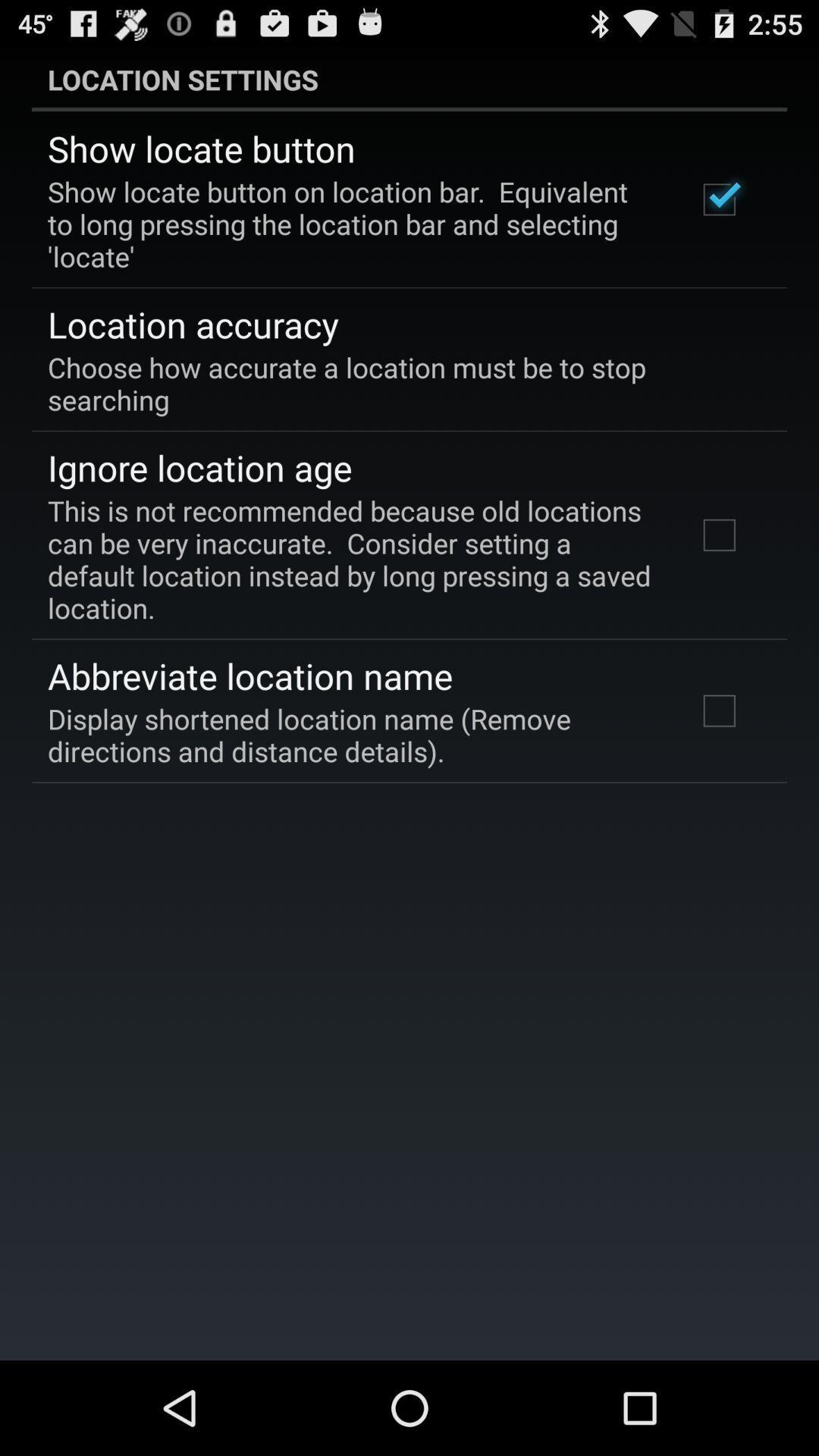 This screenshot has height=1456, width=819. Describe the element at coordinates (192, 323) in the screenshot. I see `the location accuracy icon` at that location.